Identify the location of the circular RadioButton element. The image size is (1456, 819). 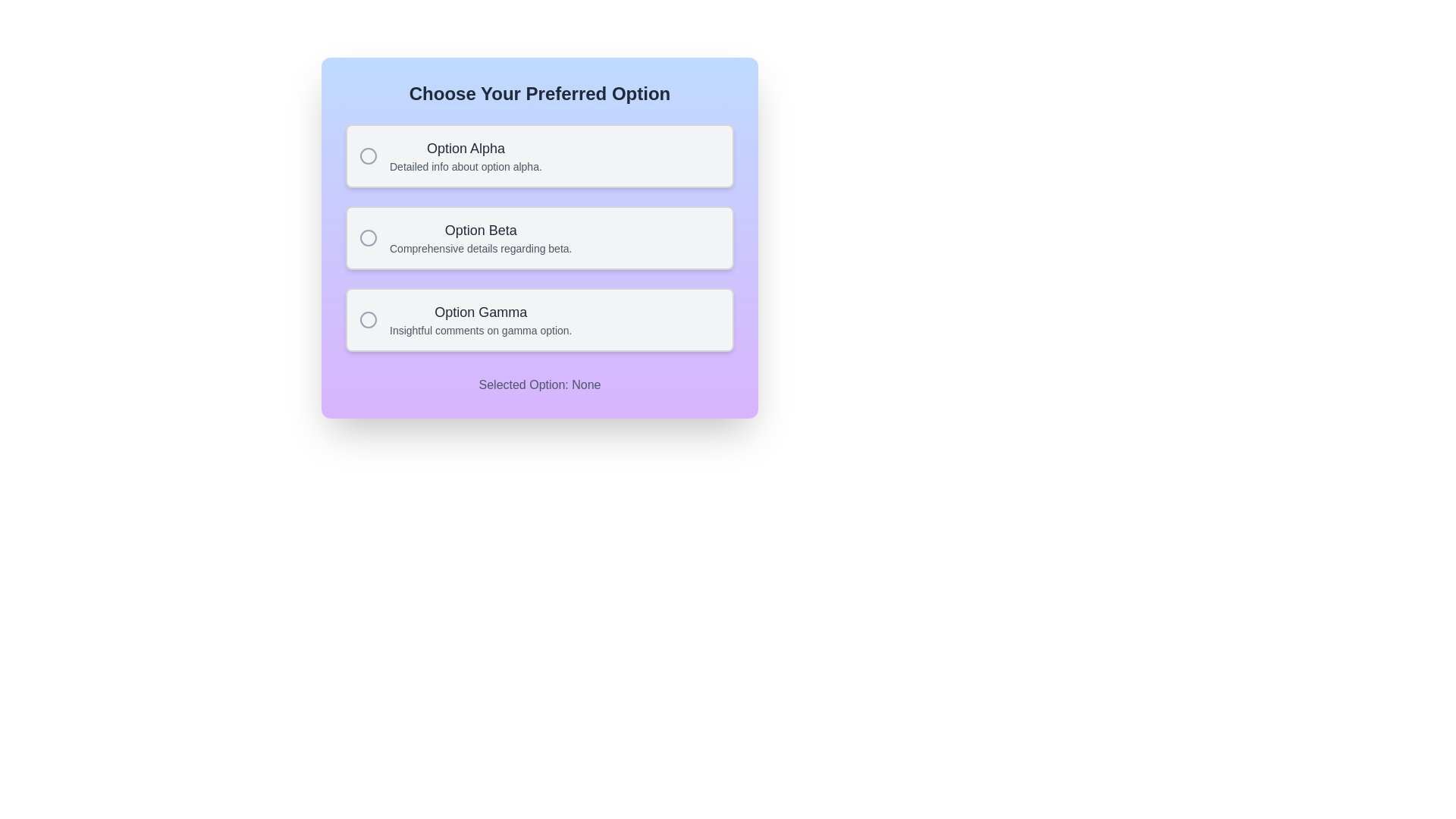
(368, 318).